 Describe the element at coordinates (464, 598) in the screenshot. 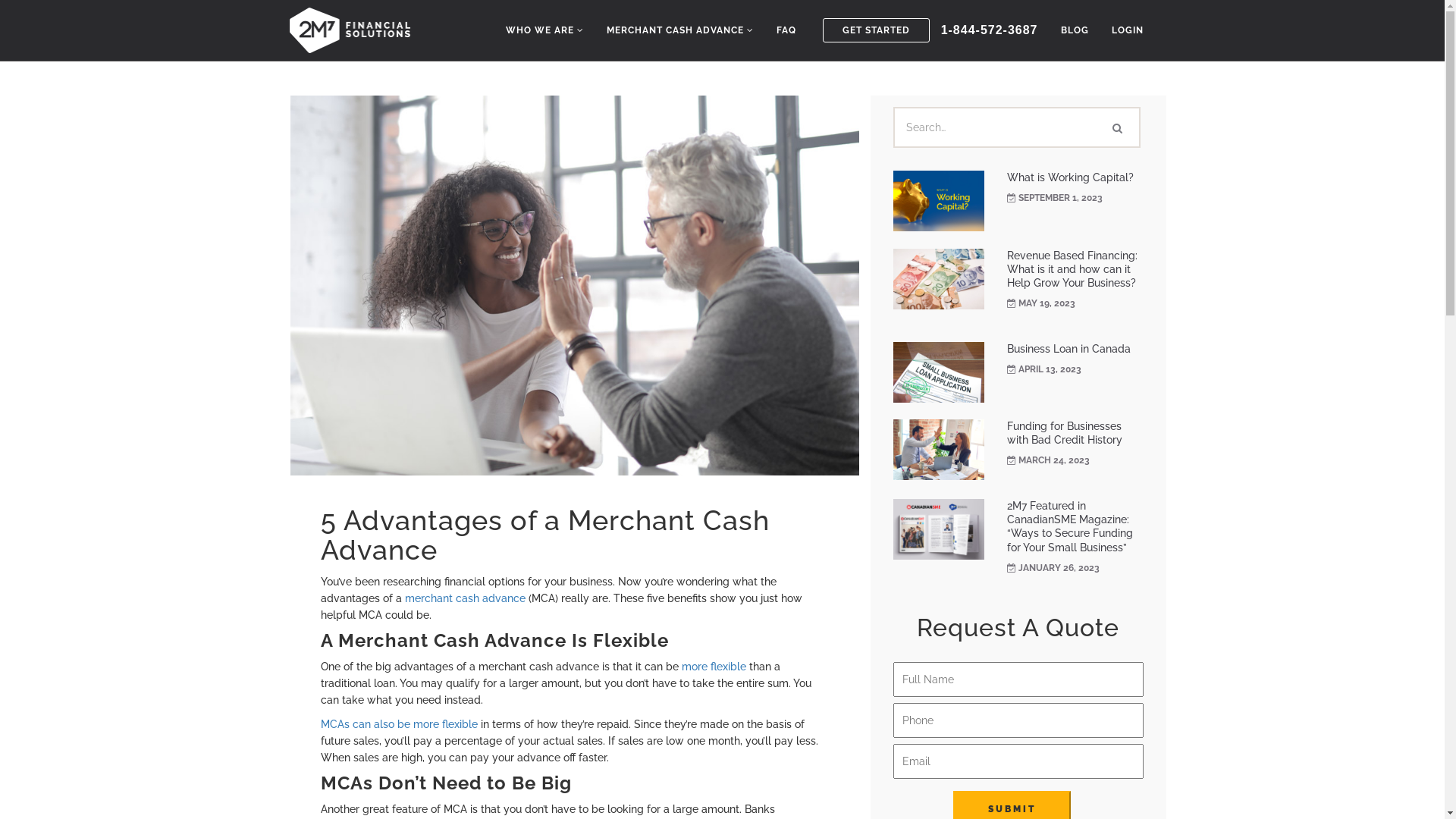

I see `'merchant cash advance'` at that location.